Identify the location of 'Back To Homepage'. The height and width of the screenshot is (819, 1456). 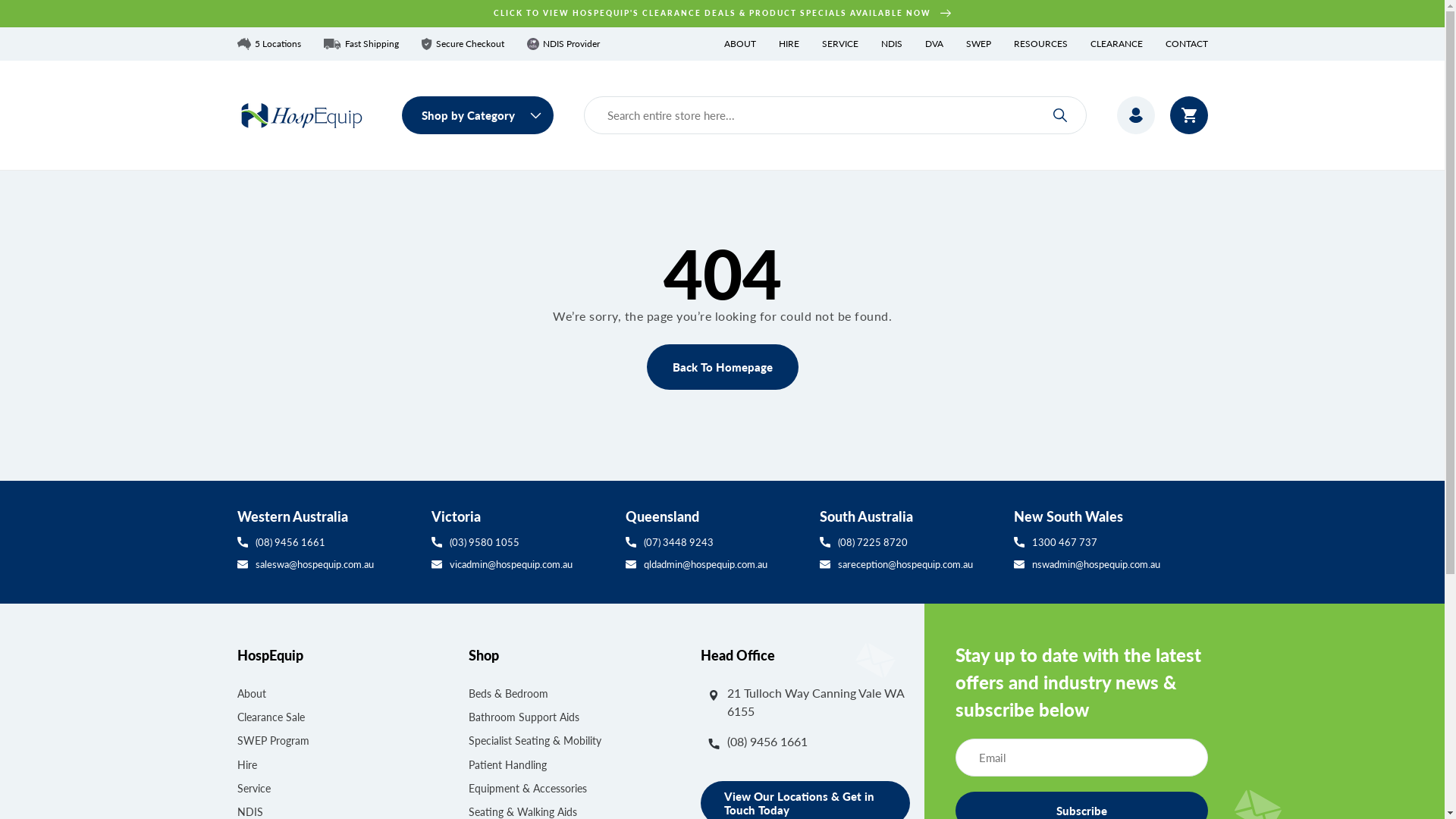
(720, 366).